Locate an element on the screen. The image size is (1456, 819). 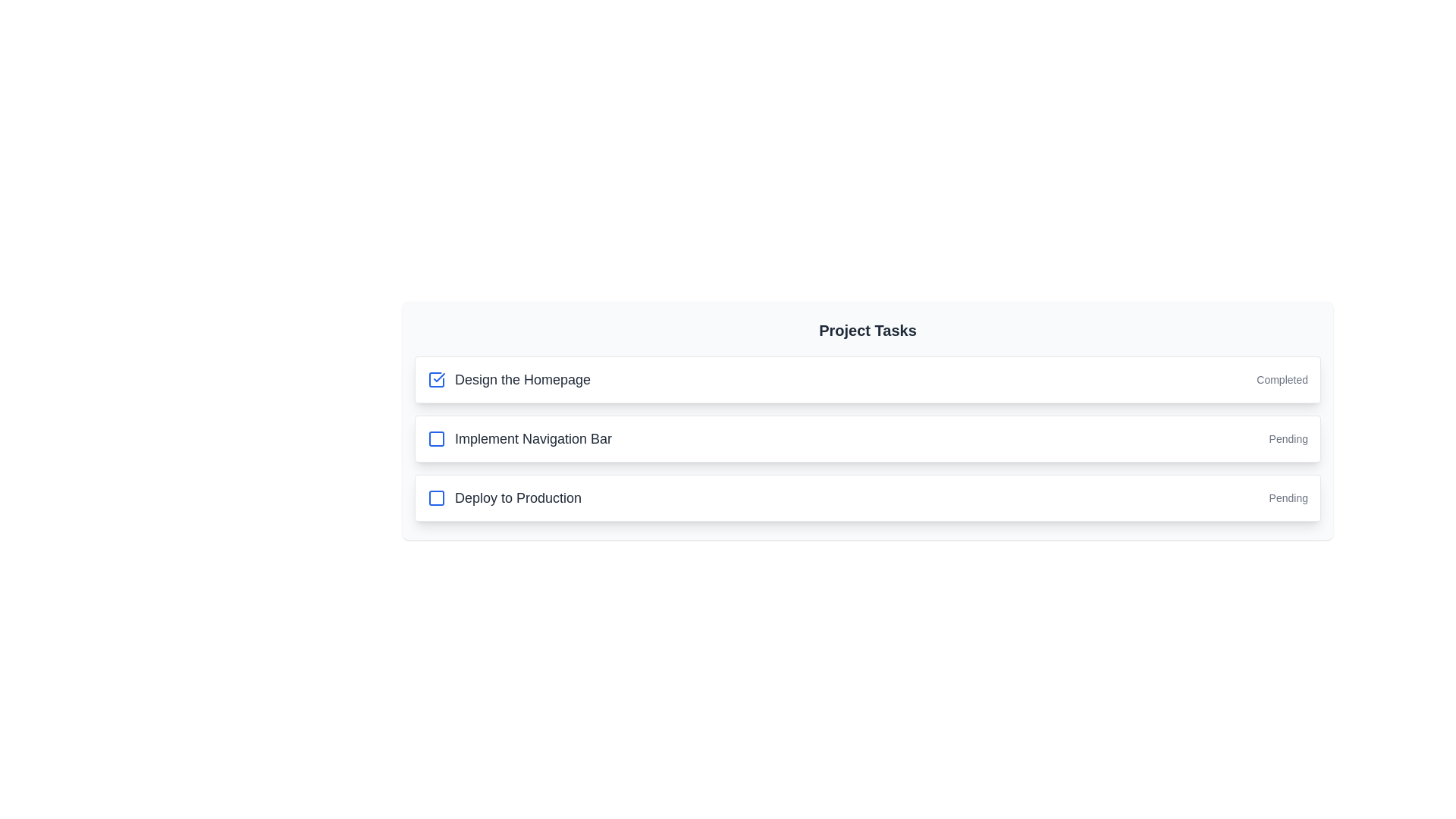
the blue square checkbox with a checkmark that is positioned before the text 'Design the Homepage' is located at coordinates (436, 379).